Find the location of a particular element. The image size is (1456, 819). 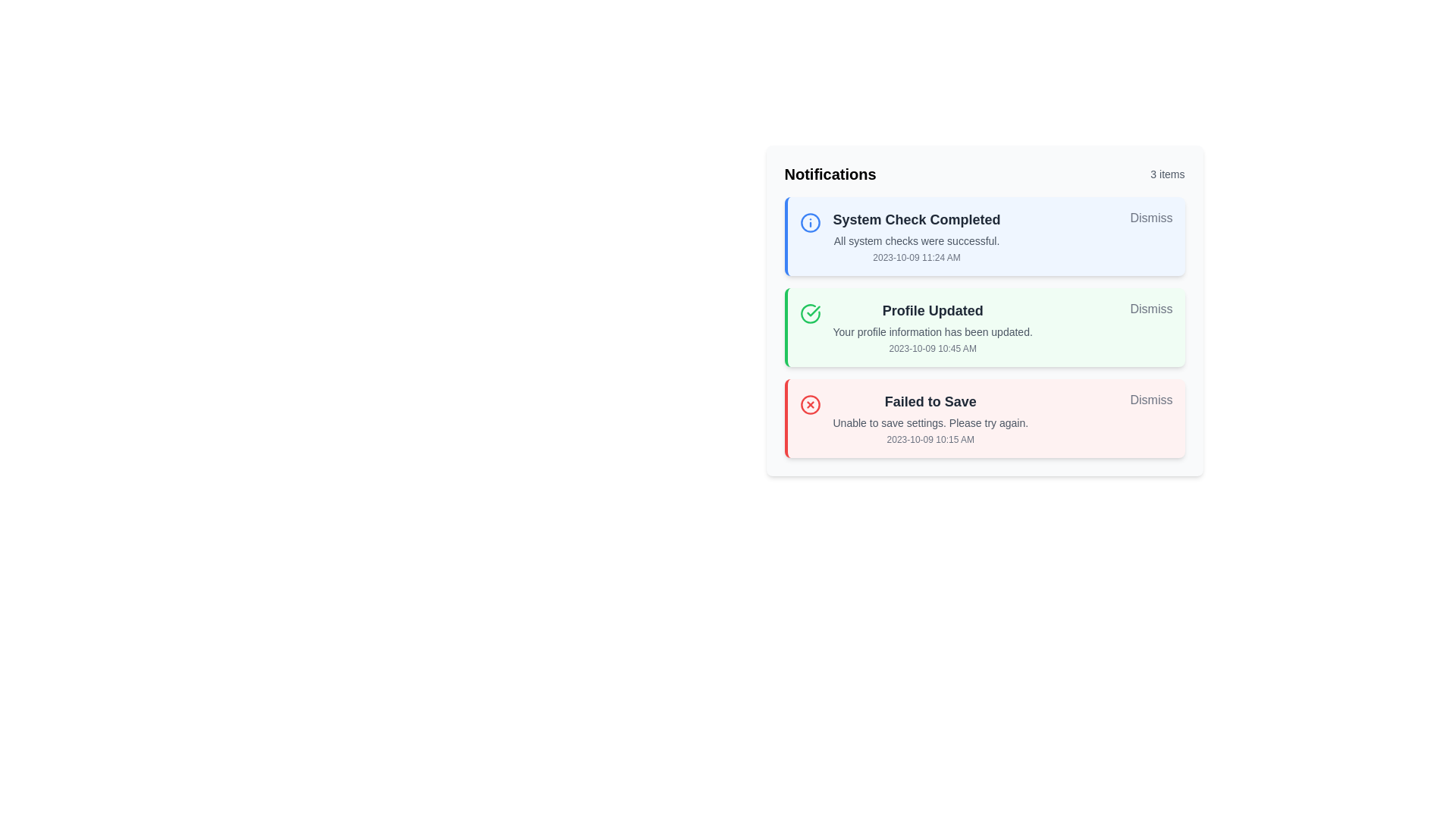

the text label displaying 'Profile Updated' is located at coordinates (932, 309).